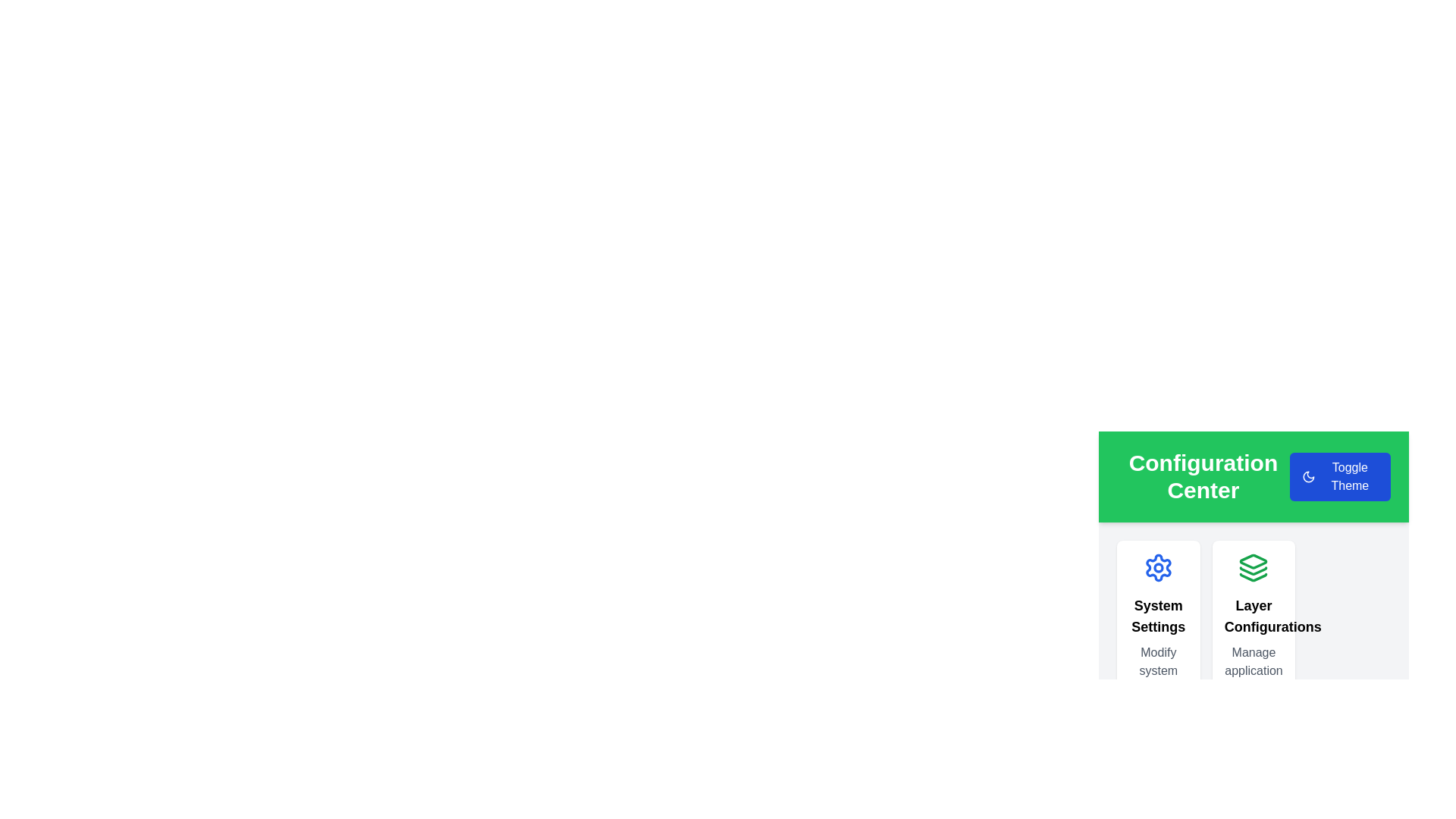 This screenshot has height=819, width=1456. I want to click on the Information Card located, so click(1254, 643).